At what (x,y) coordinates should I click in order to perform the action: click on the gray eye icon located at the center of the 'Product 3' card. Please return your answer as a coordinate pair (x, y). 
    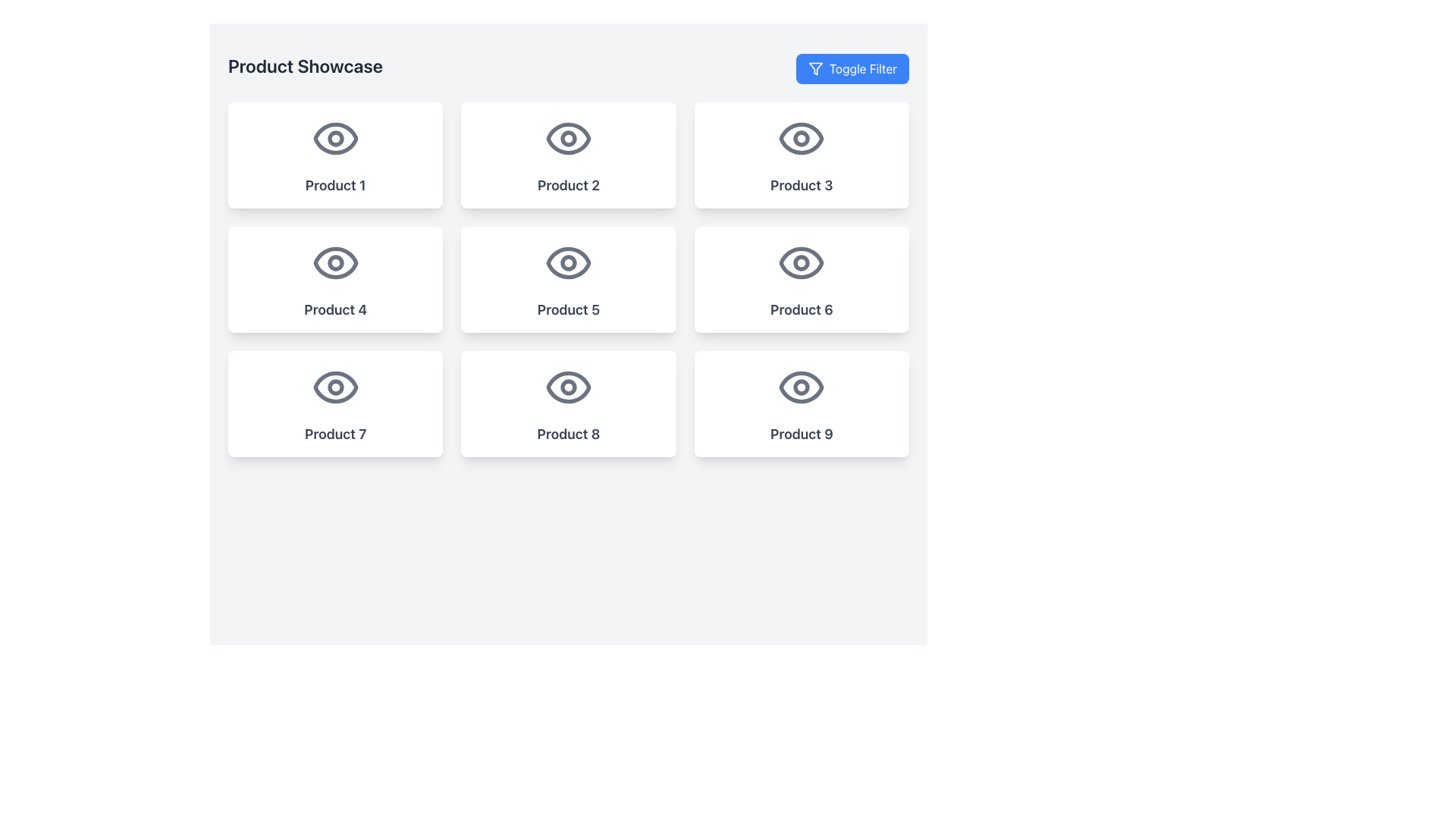
    Looking at the image, I should click on (800, 138).